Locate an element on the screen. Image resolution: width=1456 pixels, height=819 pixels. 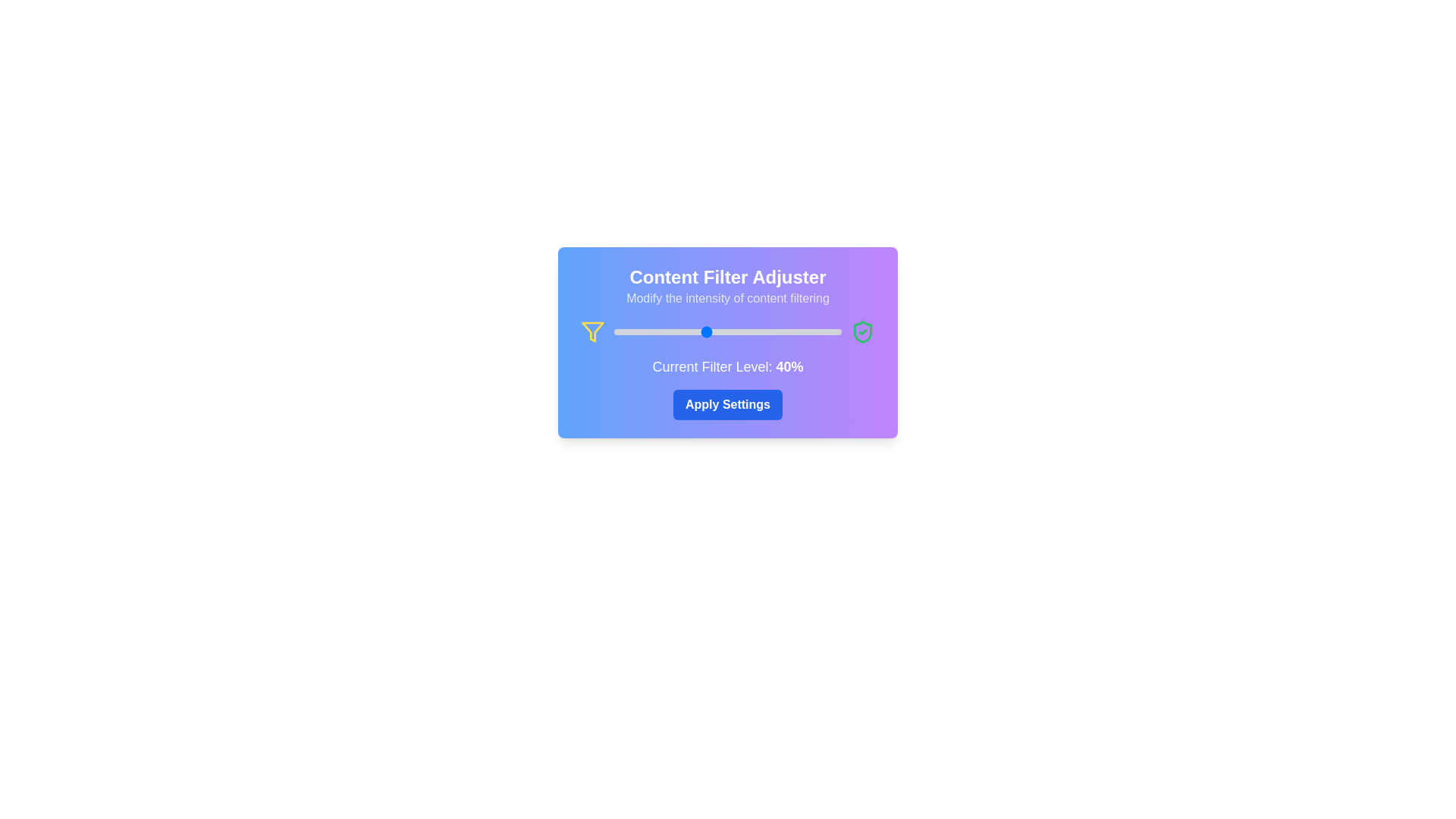
the slider to set the filter level to 81% is located at coordinates (797, 331).